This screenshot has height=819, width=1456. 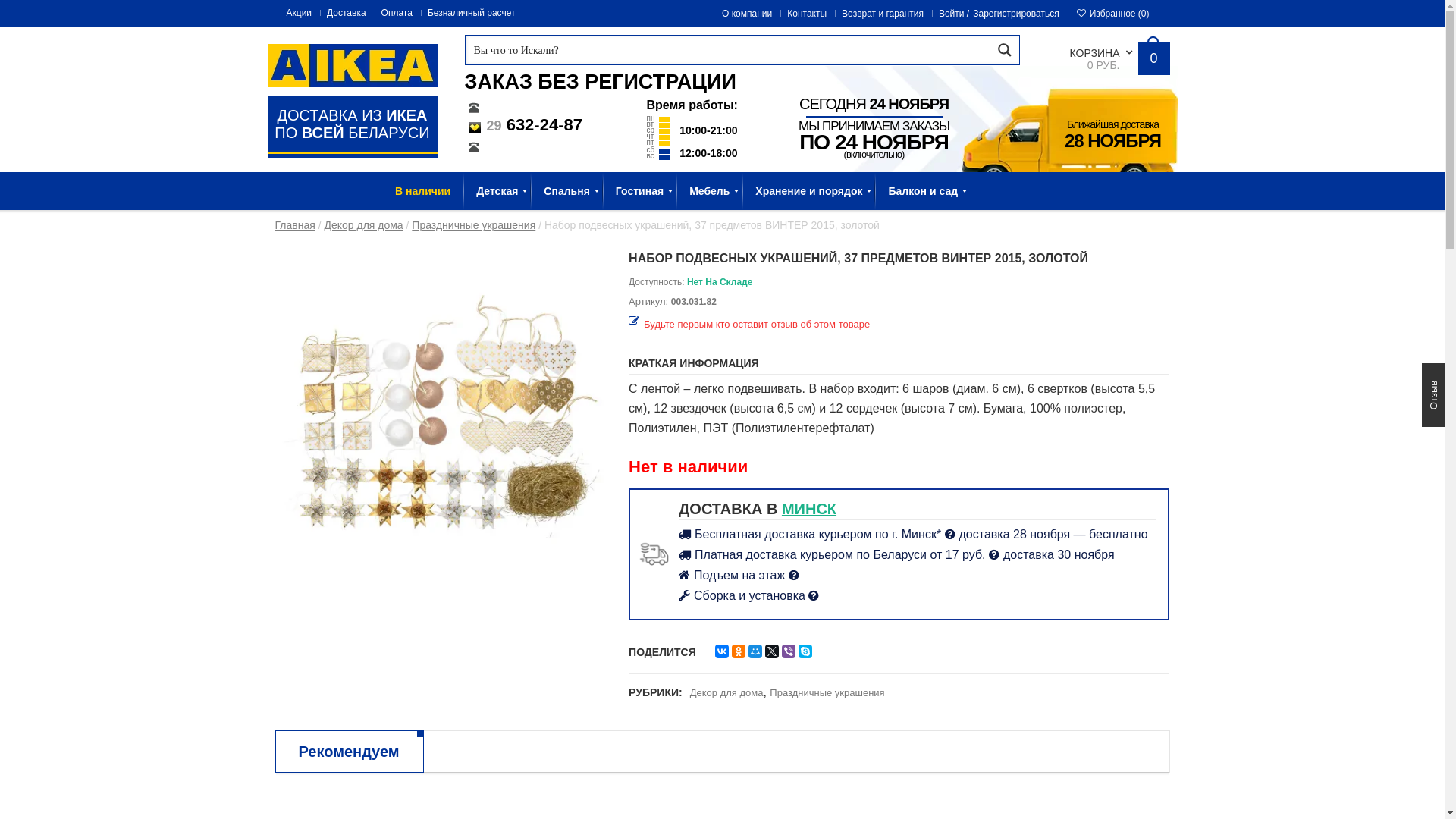 I want to click on '29 632-24-87', so click(x=522, y=124).